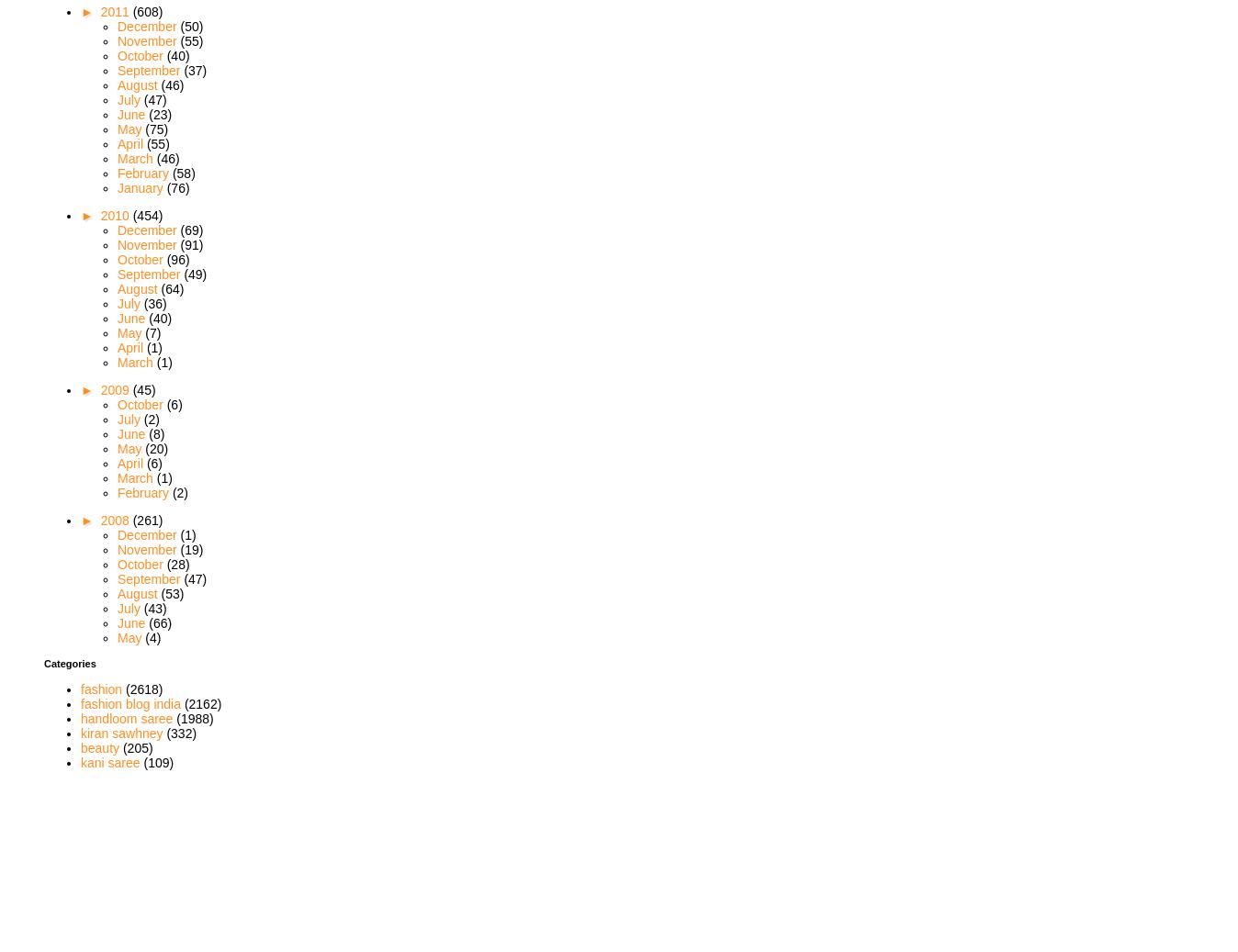 Image resolution: width=1238 pixels, height=952 pixels. Describe the element at coordinates (191, 24) in the screenshot. I see `'(50)'` at that location.